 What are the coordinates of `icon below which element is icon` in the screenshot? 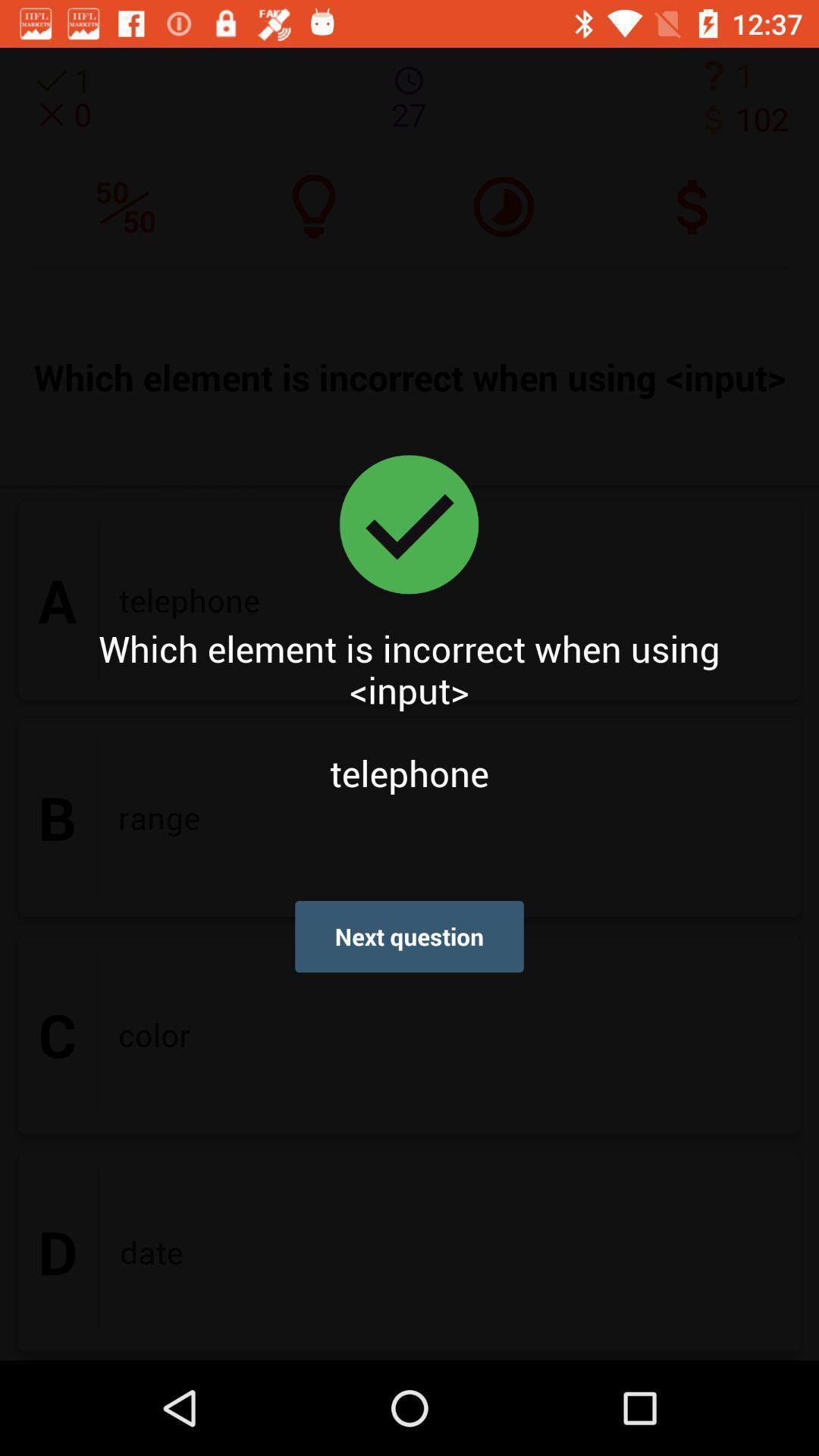 It's located at (409, 936).